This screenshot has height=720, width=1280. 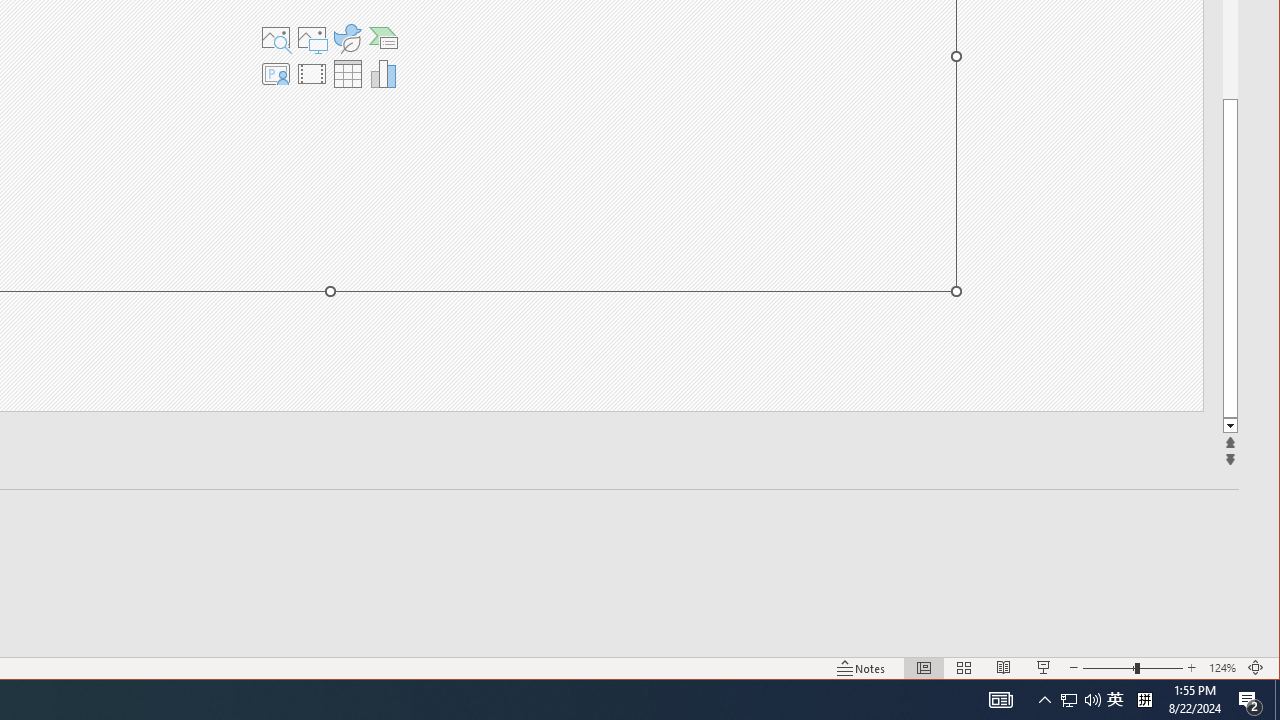 What do you see at coordinates (310, 38) in the screenshot?
I see `'Pictures'` at bounding box center [310, 38].